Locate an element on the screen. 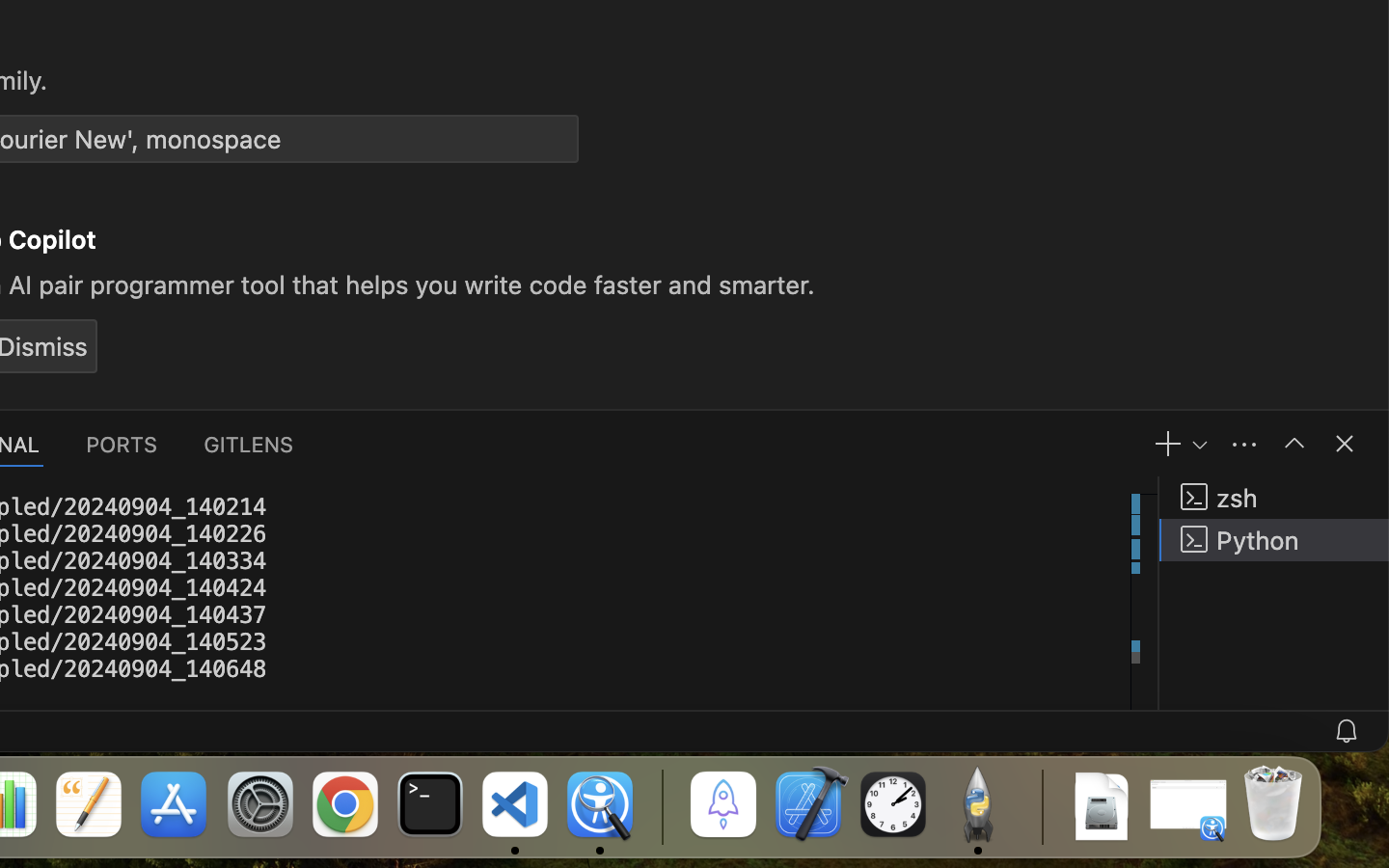 This screenshot has height=868, width=1389. '0 GITLENS' is located at coordinates (249, 442).